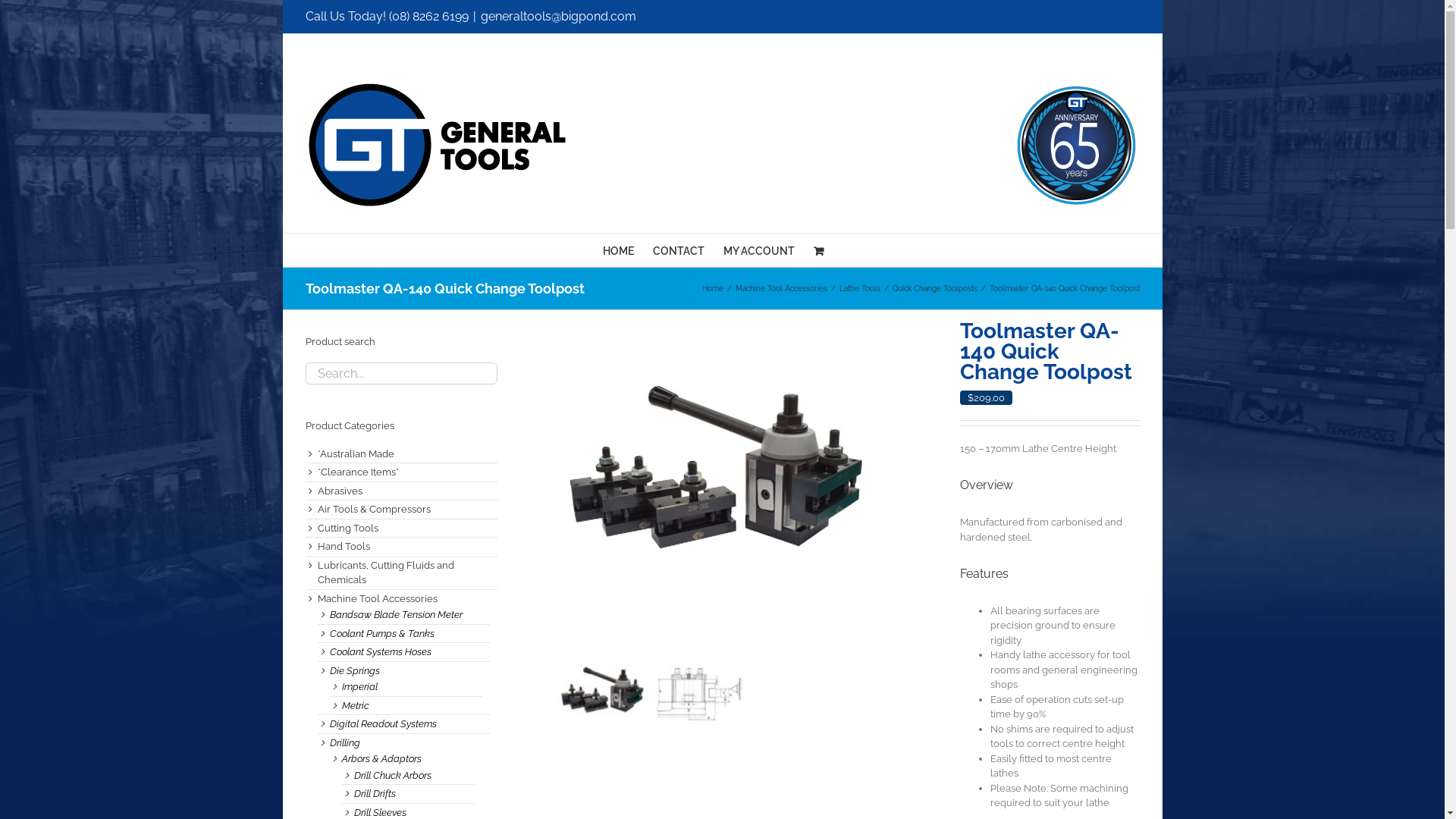 The image size is (1456, 819). I want to click on 'Drilling', so click(344, 742).